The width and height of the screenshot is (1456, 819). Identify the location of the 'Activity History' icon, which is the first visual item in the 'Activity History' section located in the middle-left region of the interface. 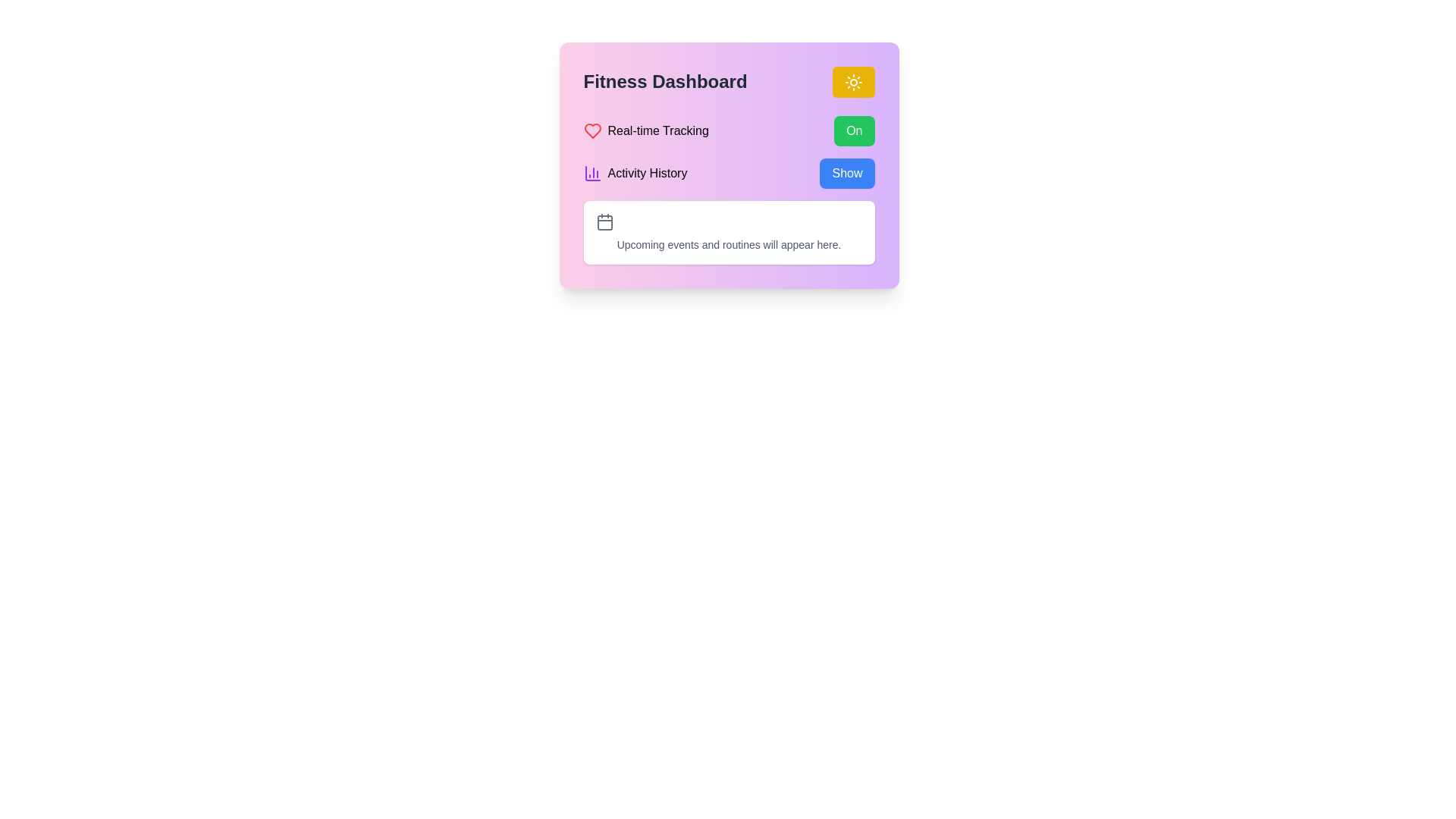
(591, 172).